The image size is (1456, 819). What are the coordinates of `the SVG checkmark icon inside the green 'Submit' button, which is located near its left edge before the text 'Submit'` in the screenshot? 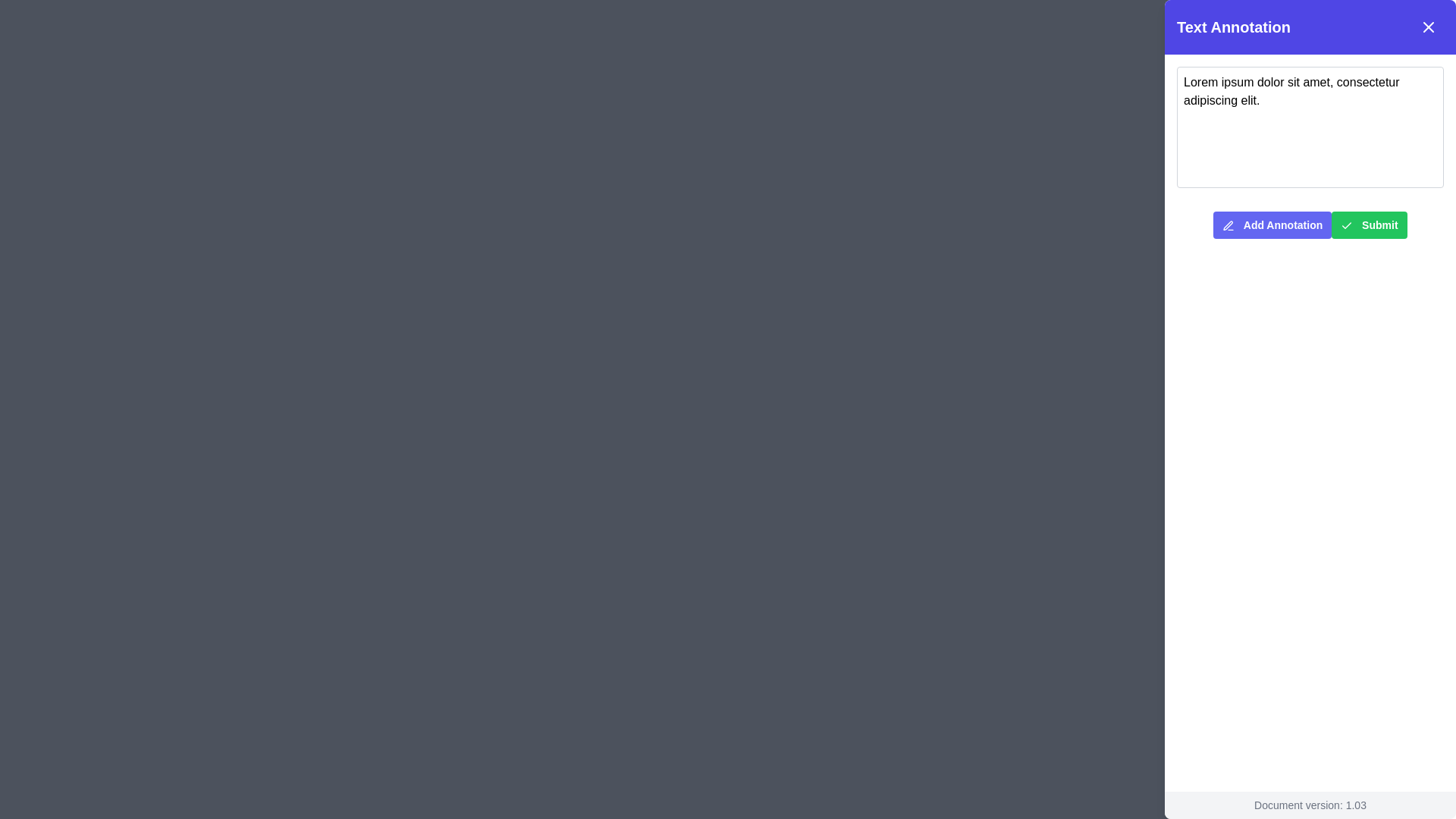 It's located at (1347, 226).